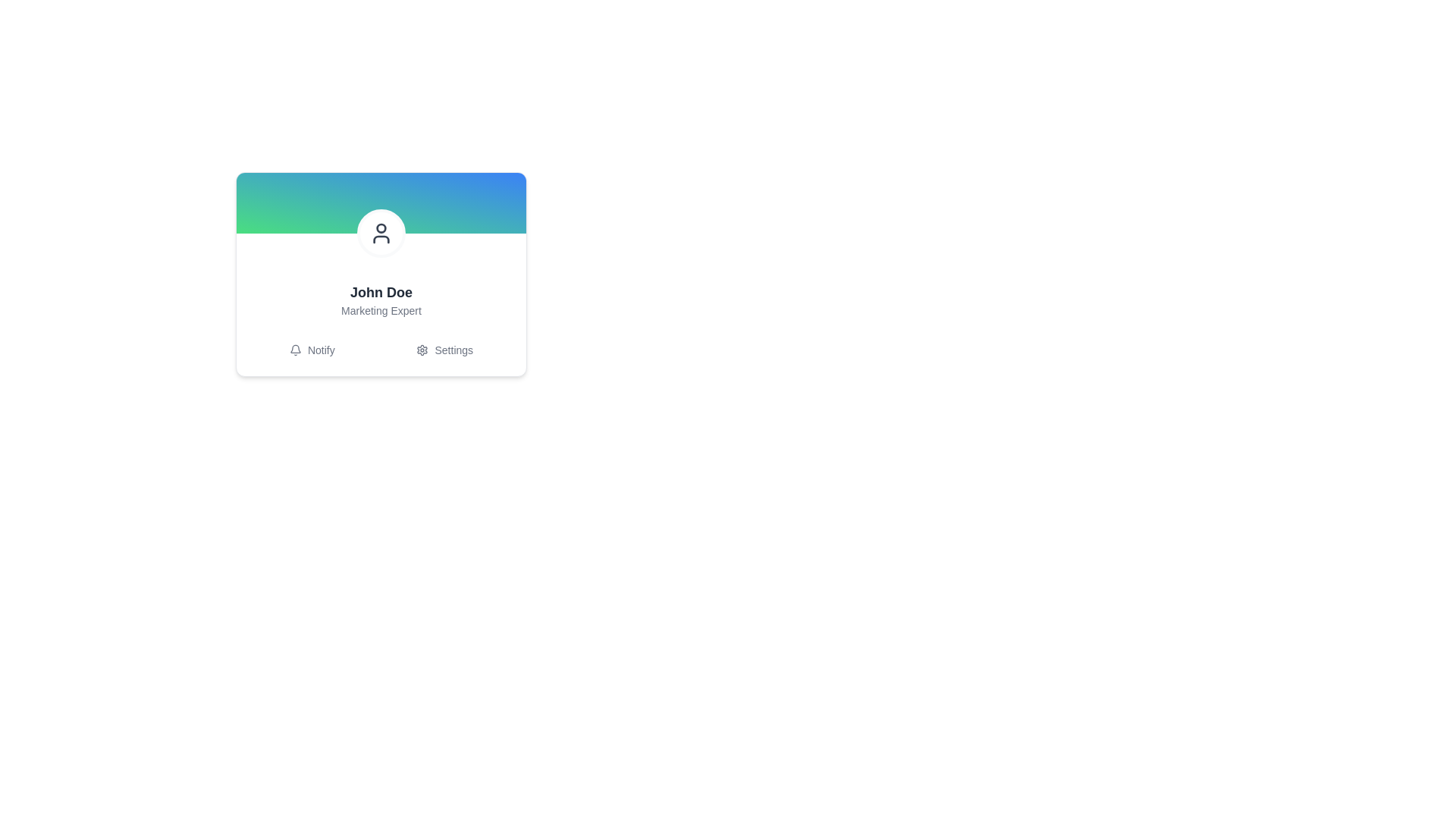 The width and height of the screenshot is (1456, 819). What do you see at coordinates (311, 350) in the screenshot?
I see `the 'Notify' button` at bounding box center [311, 350].